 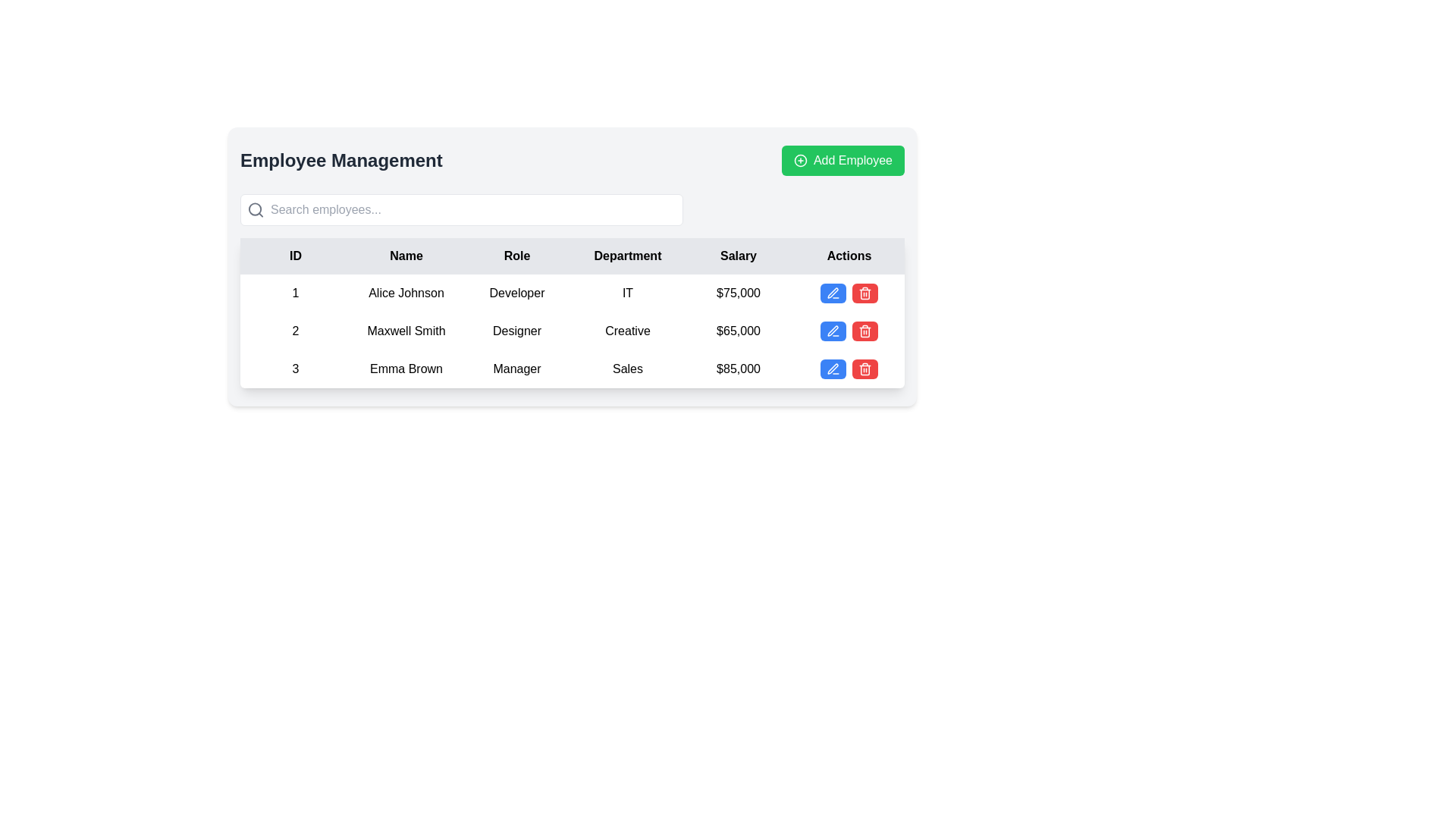 I want to click on the edit action icon located in the third row of the table under the 'Actions' column, so click(x=833, y=369).